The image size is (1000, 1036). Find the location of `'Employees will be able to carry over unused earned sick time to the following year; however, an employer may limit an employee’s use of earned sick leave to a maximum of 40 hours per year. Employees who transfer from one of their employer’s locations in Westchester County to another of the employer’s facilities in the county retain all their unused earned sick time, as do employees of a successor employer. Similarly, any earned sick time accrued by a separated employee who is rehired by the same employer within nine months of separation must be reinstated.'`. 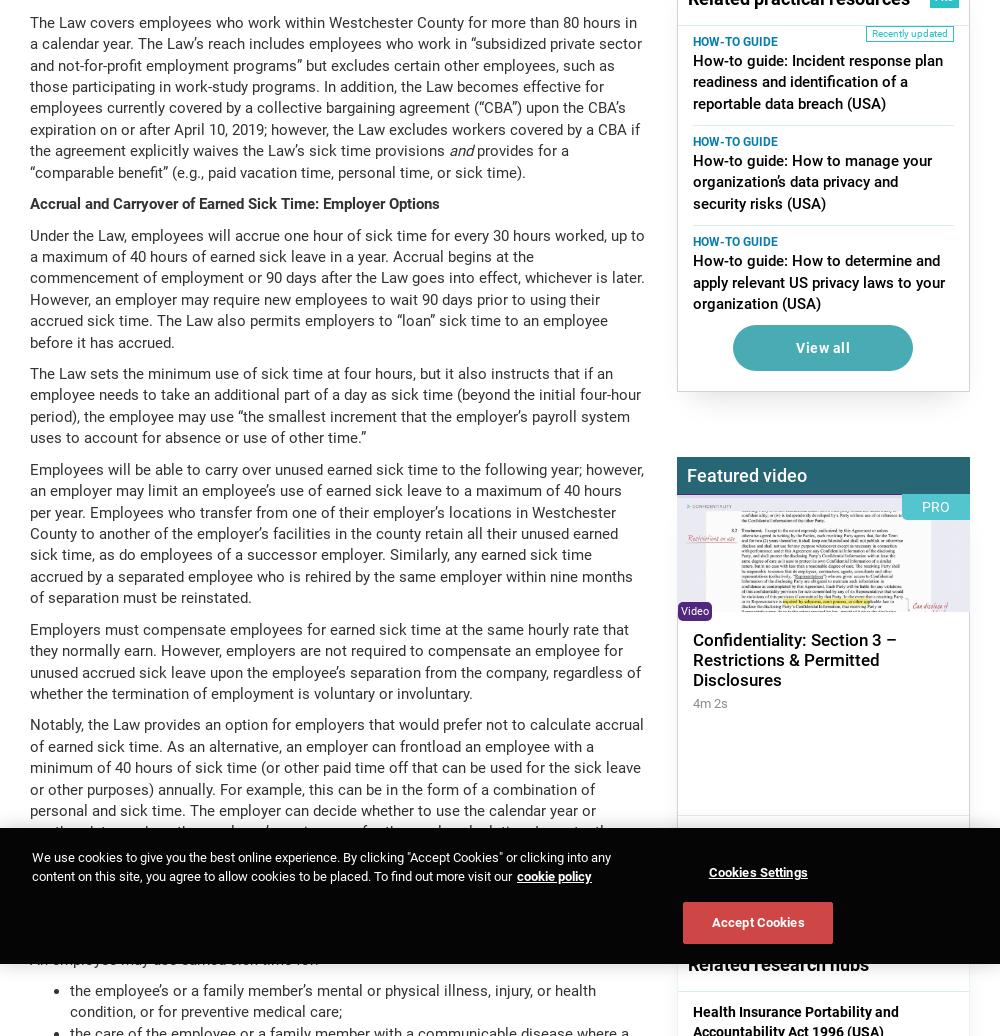

'Employees will be able to carry over unused earned sick time to the following year; however, an employer may limit an employee’s use of earned sick leave to a maximum of 40 hours per year. Employees who transfer from one of their employer’s locations in Westchester County to another of the employer’s facilities in the county retain all their unused earned sick time, as do employees of a successor employer. Similarly, any earned sick time accrued by a separated employee who is rehired by the same employer within nine months of separation must be reinstated.' is located at coordinates (336, 533).